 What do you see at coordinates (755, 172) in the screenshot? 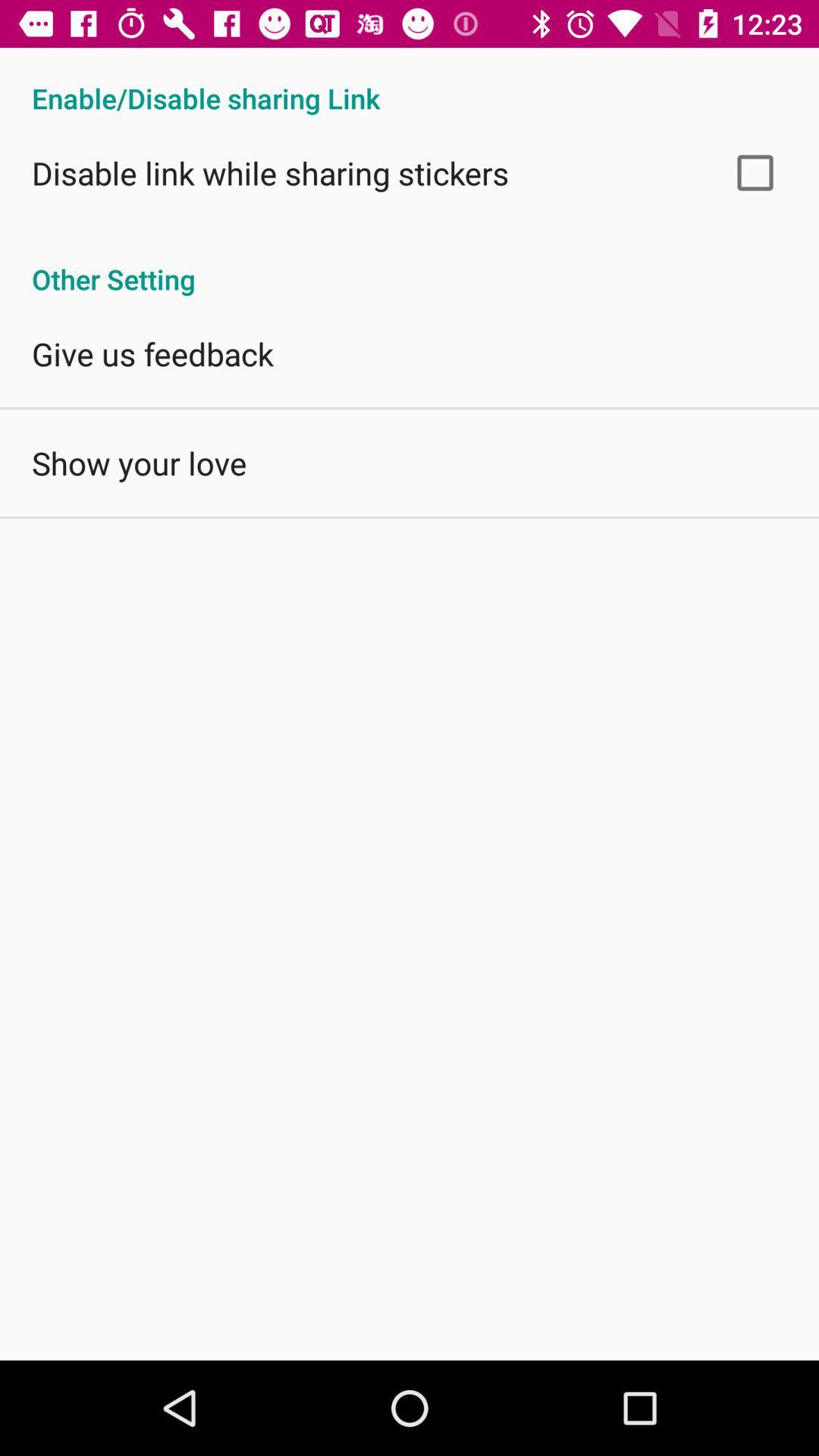
I see `icon below enable disable sharing app` at bounding box center [755, 172].